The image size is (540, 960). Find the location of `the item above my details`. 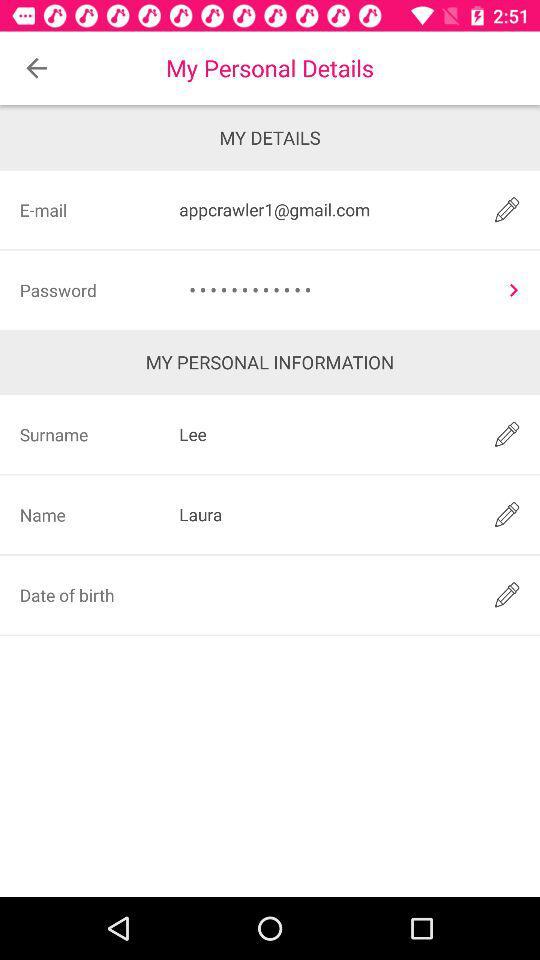

the item above my details is located at coordinates (36, 68).